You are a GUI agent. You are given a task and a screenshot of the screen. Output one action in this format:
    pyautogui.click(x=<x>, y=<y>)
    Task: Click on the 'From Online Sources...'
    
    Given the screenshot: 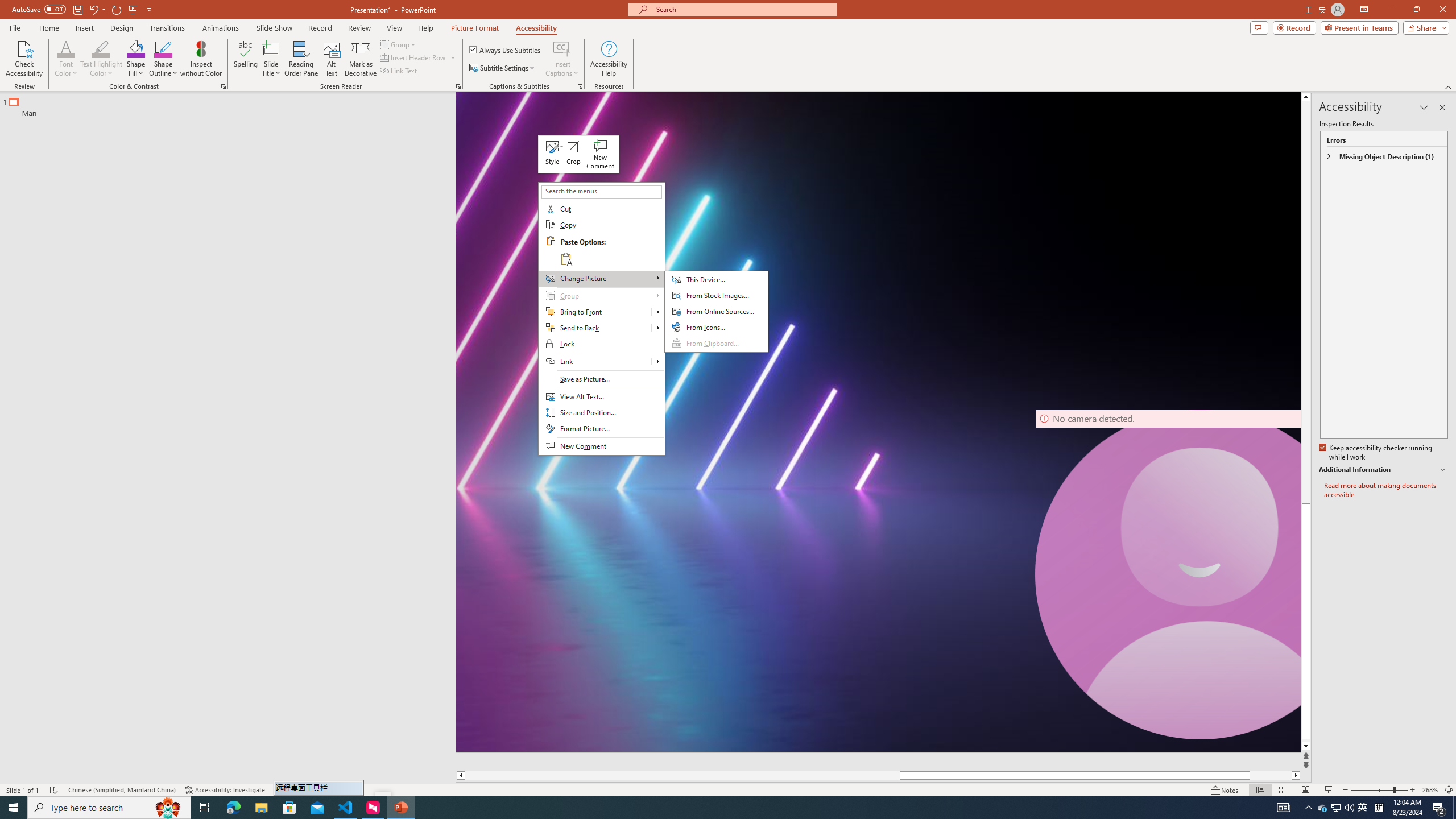 What is the action you would take?
    pyautogui.click(x=716, y=311)
    